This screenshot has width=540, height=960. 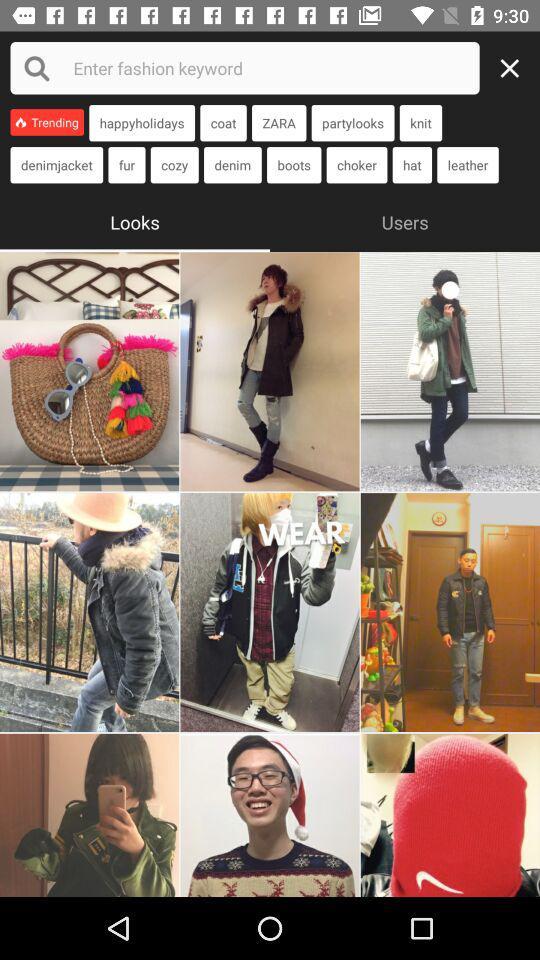 What do you see at coordinates (270, 611) in the screenshot?
I see `this photo` at bounding box center [270, 611].